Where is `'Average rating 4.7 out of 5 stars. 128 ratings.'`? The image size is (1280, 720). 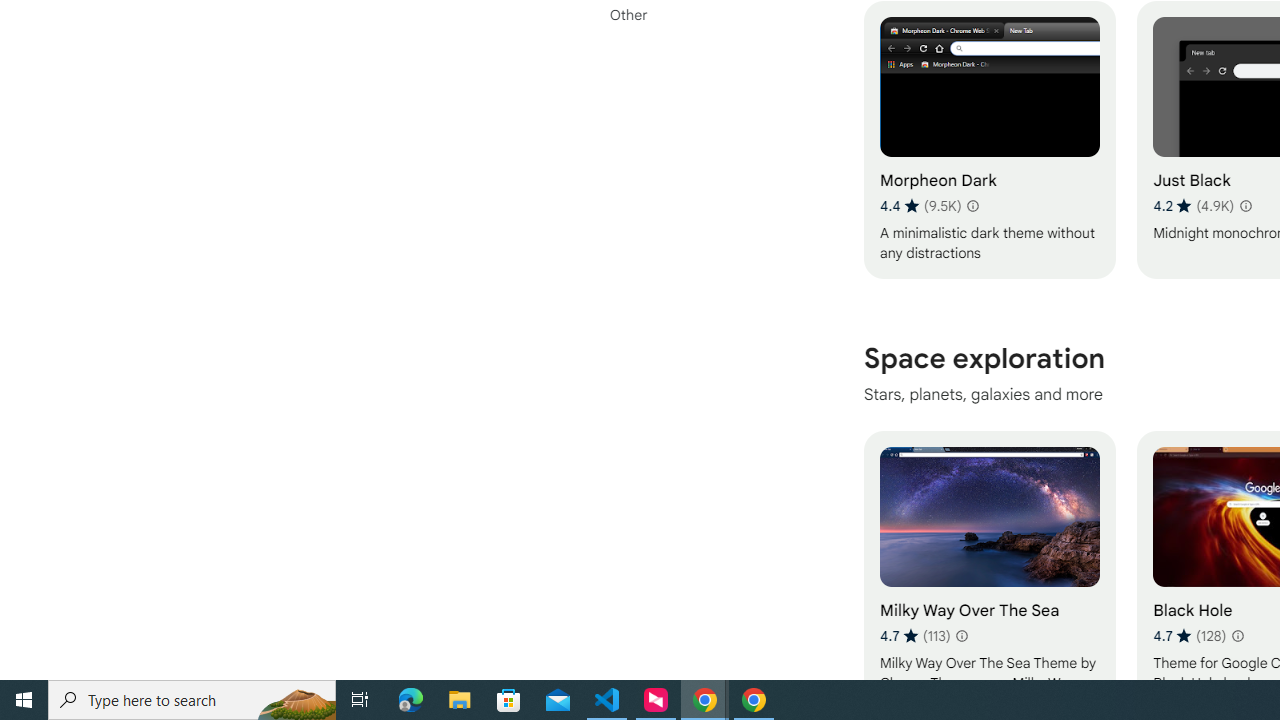 'Average rating 4.7 out of 5 stars. 128 ratings.' is located at coordinates (1189, 635).